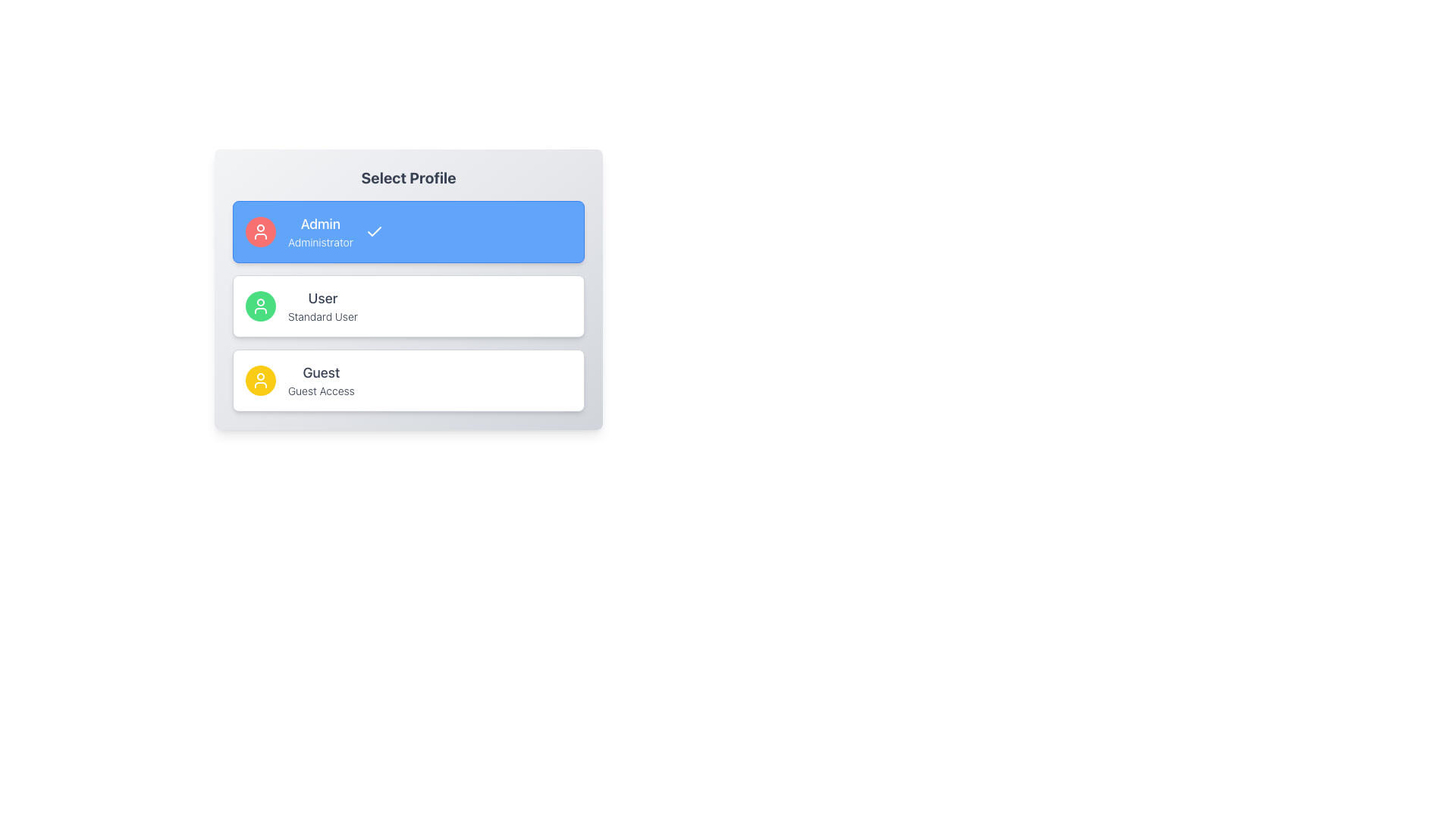  I want to click on the descriptive text label that provides additional context about the profile labeled as 'User', which is positioned centrally within the second profile card and adjacent to a green user icon, so click(322, 315).